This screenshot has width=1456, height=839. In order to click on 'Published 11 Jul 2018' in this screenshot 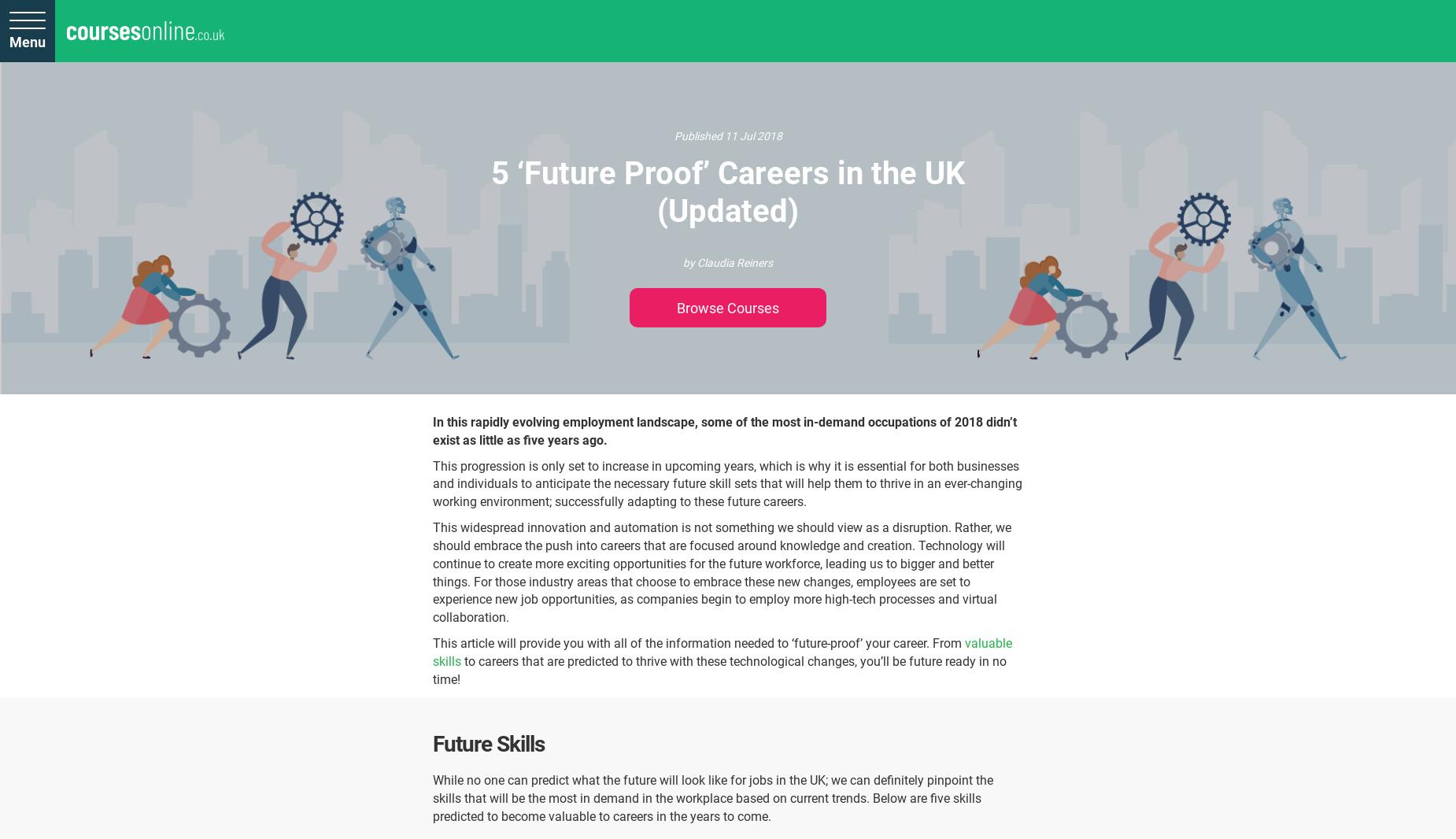, I will do `click(727, 135)`.